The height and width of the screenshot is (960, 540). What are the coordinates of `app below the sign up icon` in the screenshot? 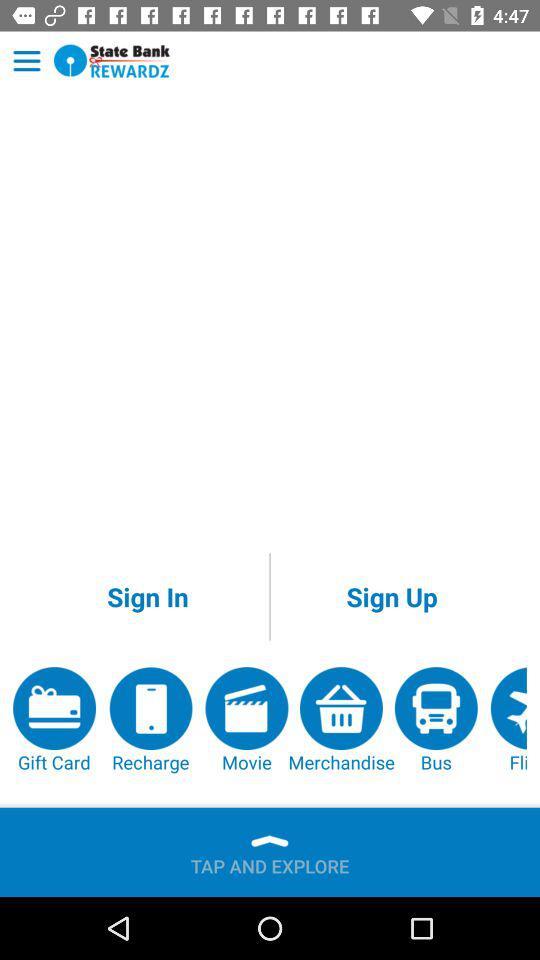 It's located at (435, 720).